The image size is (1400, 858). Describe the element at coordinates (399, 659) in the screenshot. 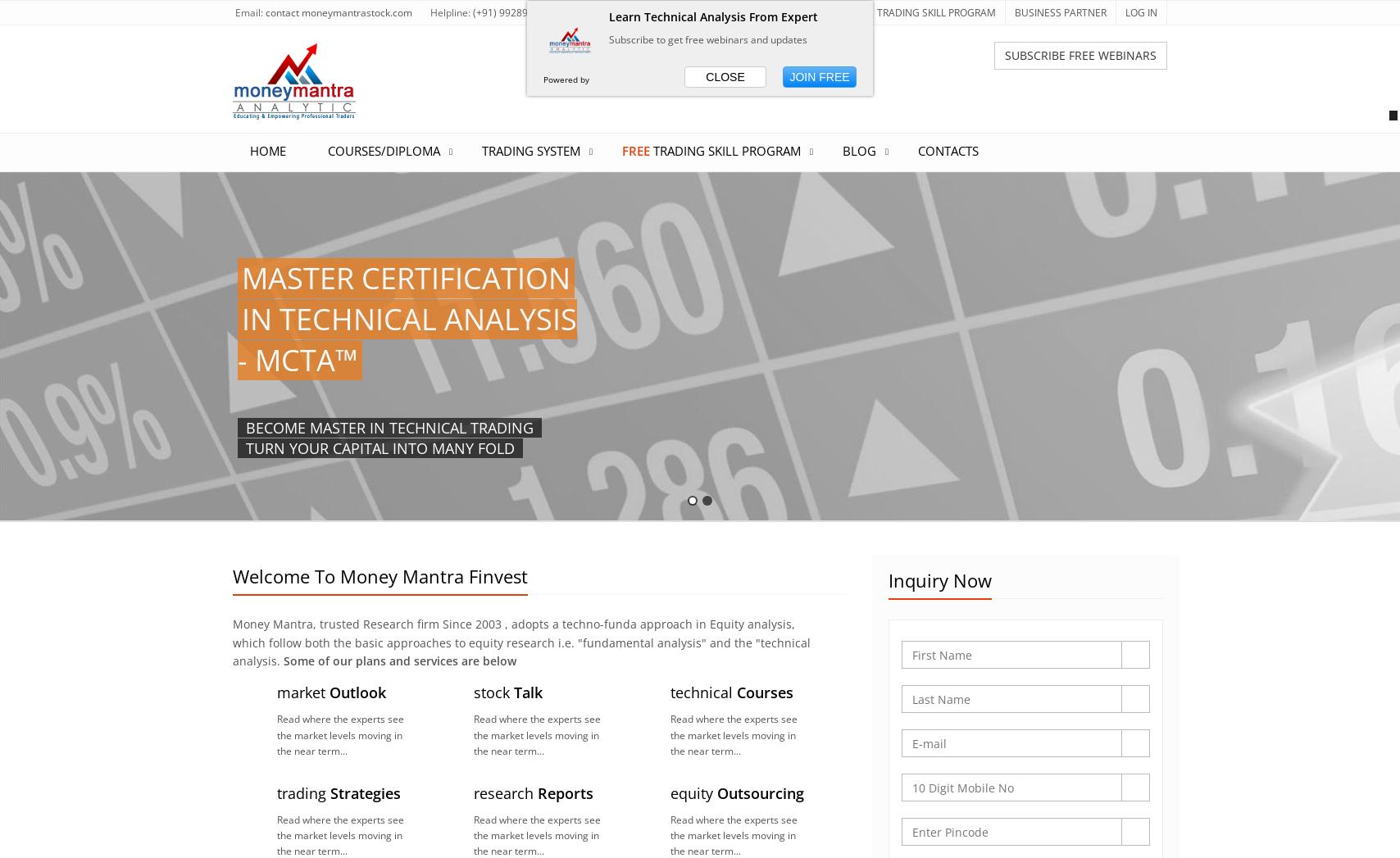

I see `'Some of our plans and services are below'` at that location.